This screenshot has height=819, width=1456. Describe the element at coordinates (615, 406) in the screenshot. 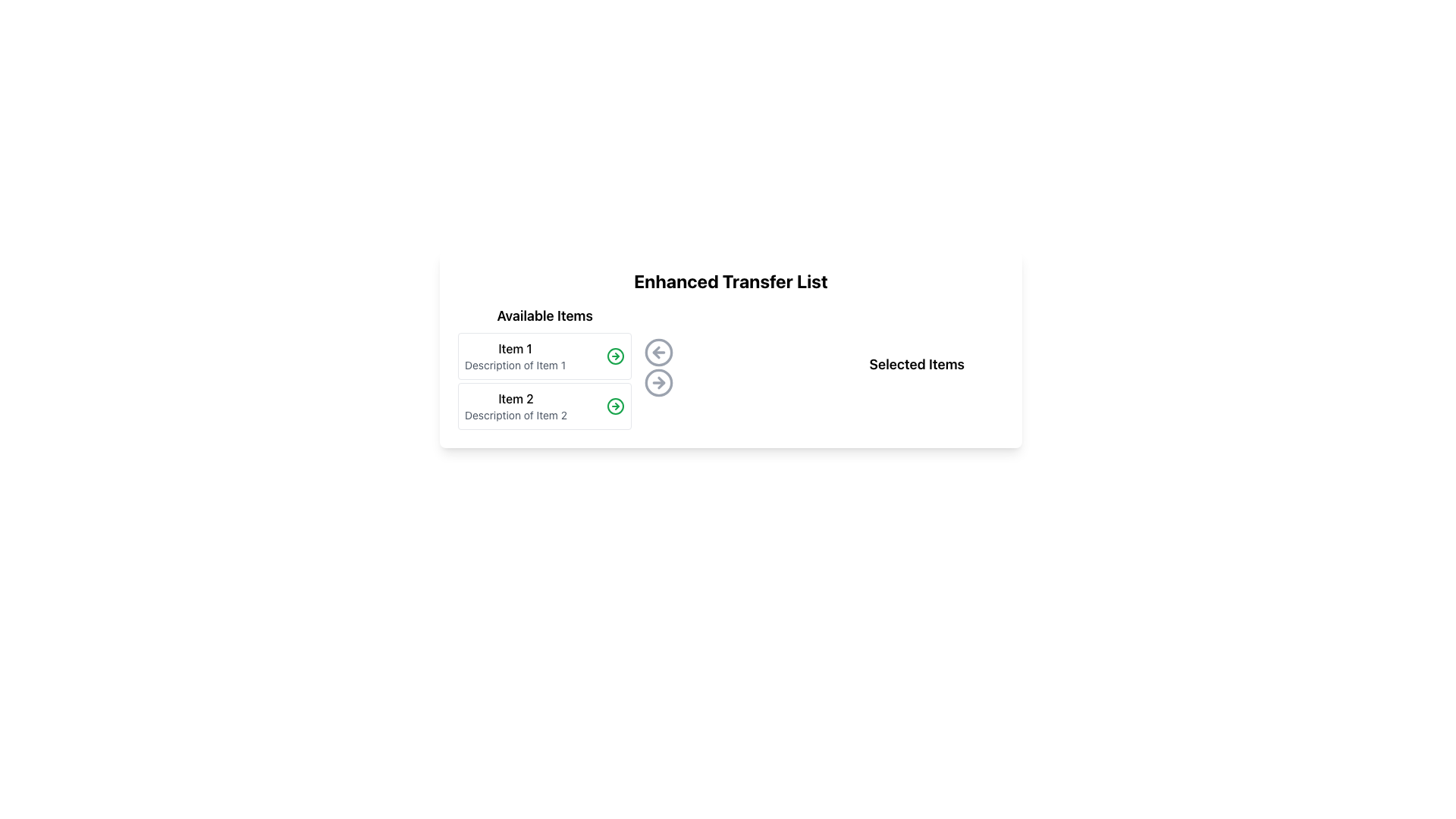

I see `the green circular arrow button located in the right section of the second list item labeled 'Item 2'` at that location.